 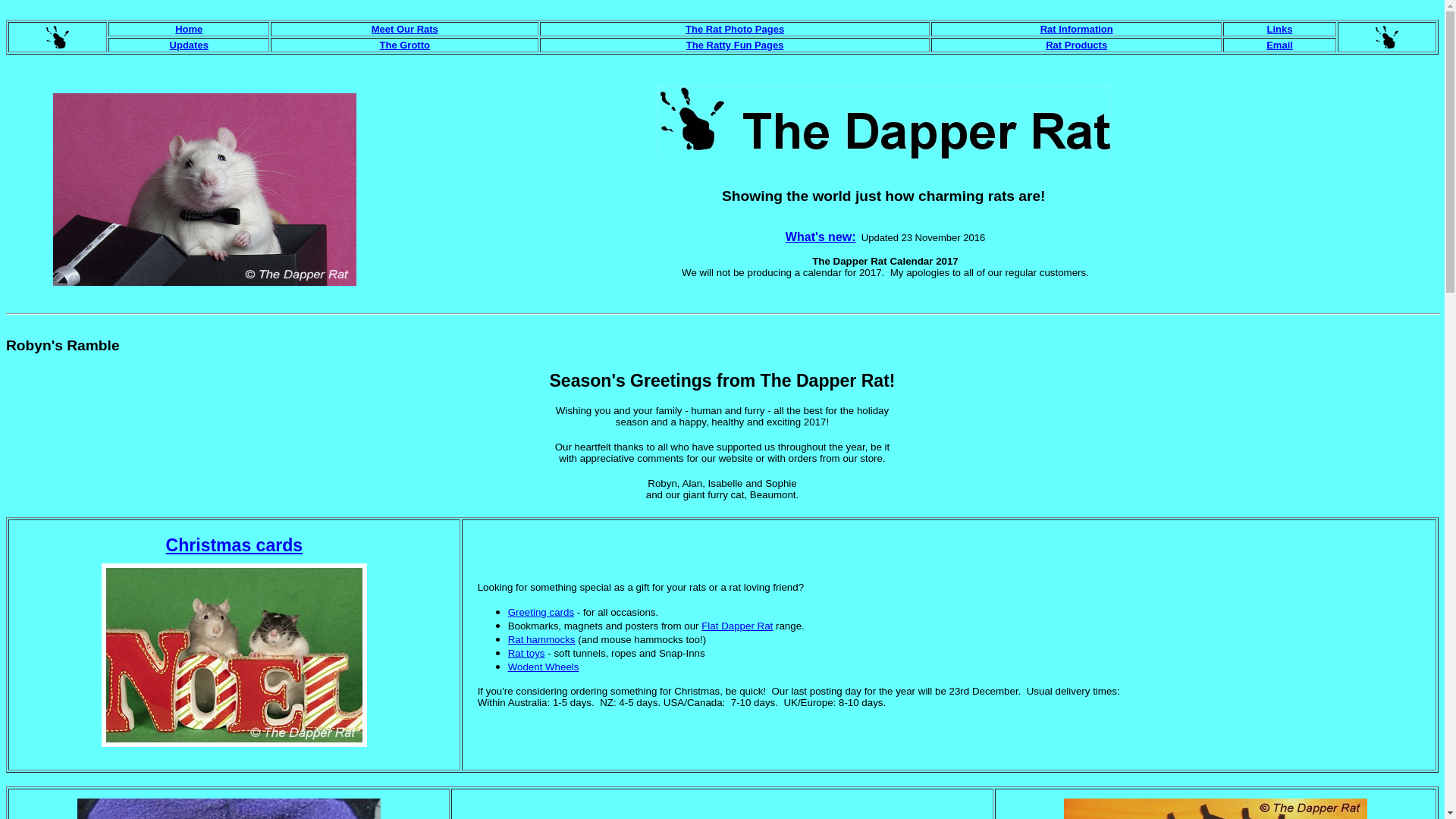 What do you see at coordinates (820, 237) in the screenshot?
I see `'What's new:'` at bounding box center [820, 237].